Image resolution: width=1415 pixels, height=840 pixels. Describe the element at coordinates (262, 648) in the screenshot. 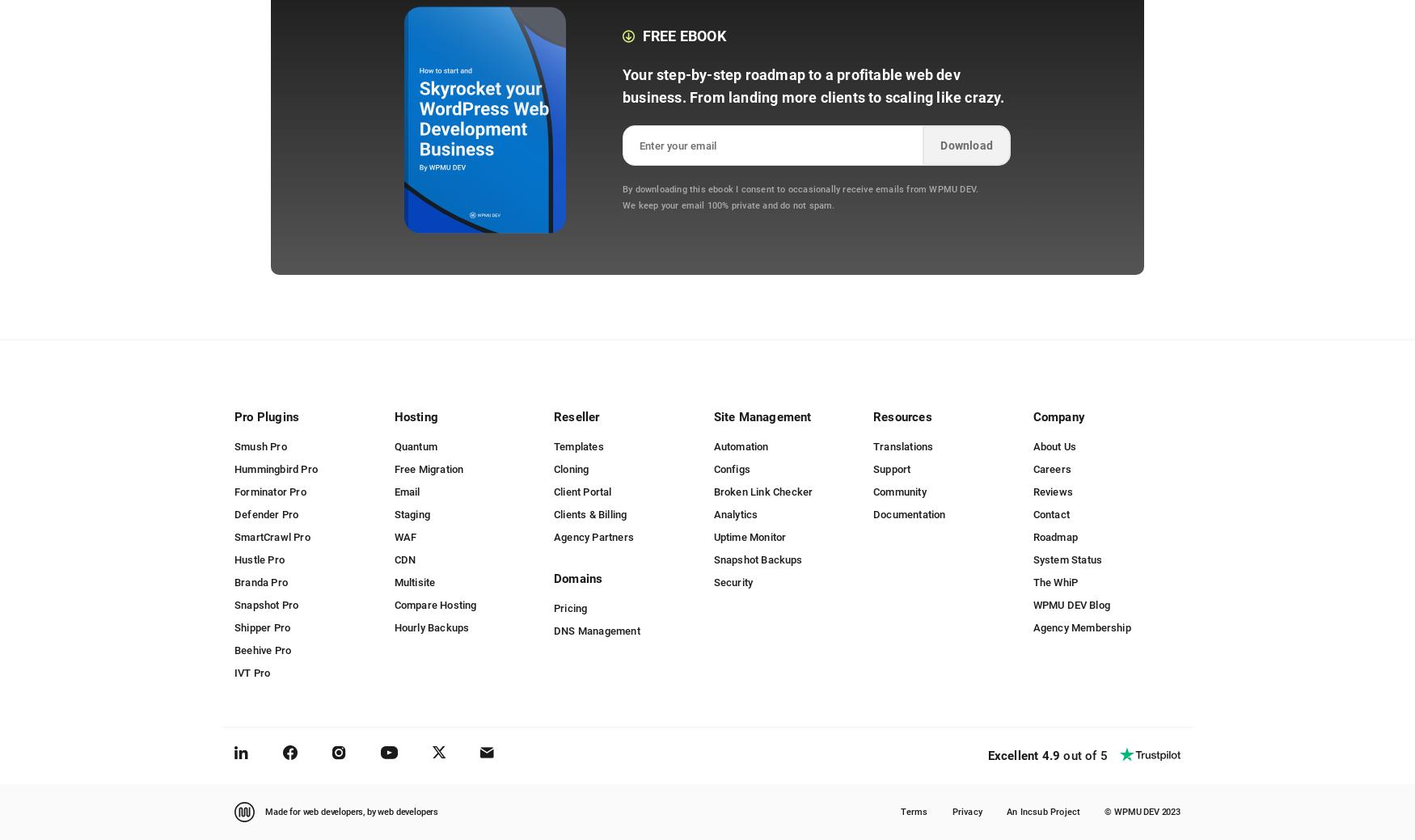

I see `'Beehive Pro'` at that location.